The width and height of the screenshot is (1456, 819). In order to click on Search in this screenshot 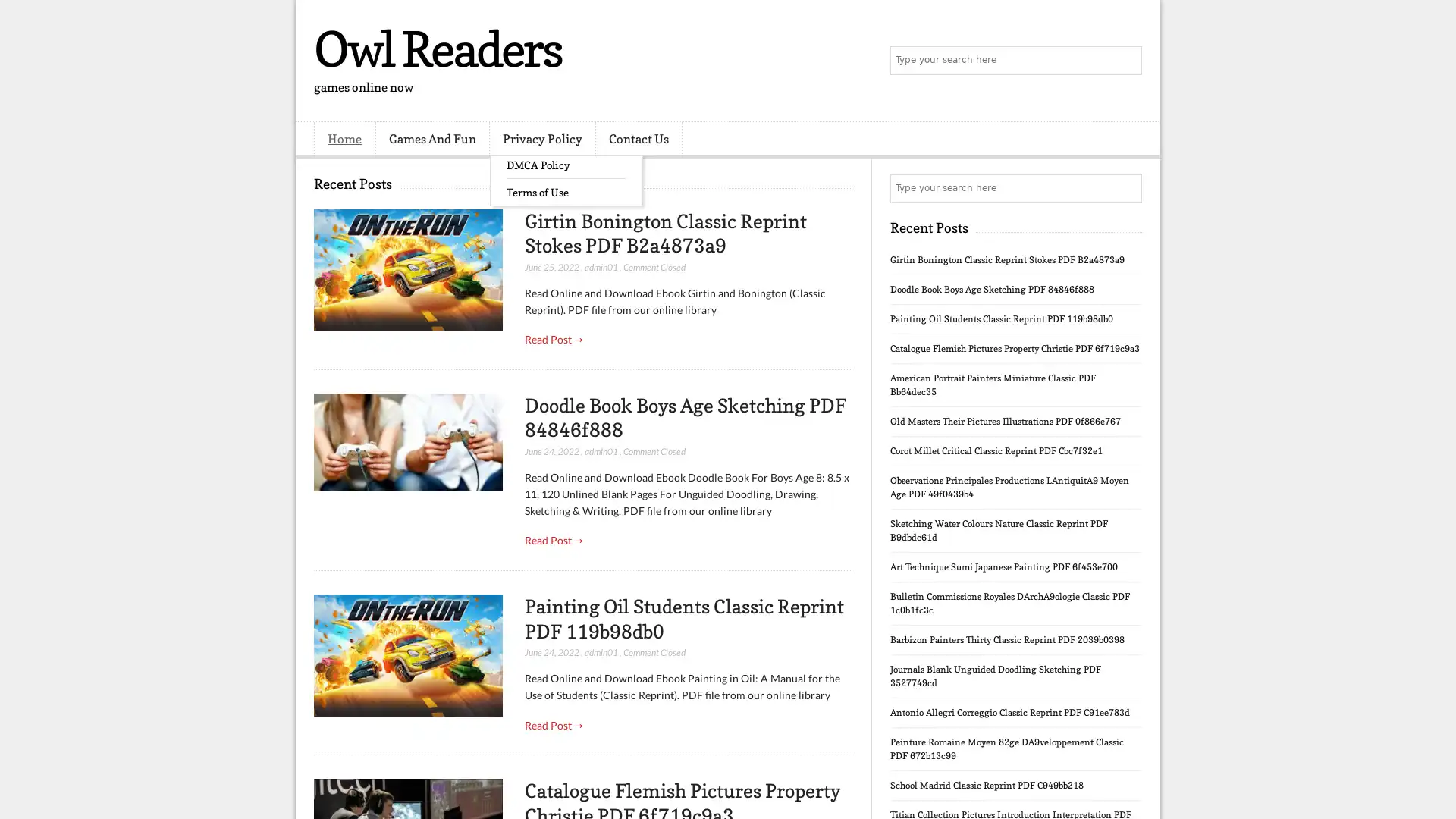, I will do `click(1126, 61)`.